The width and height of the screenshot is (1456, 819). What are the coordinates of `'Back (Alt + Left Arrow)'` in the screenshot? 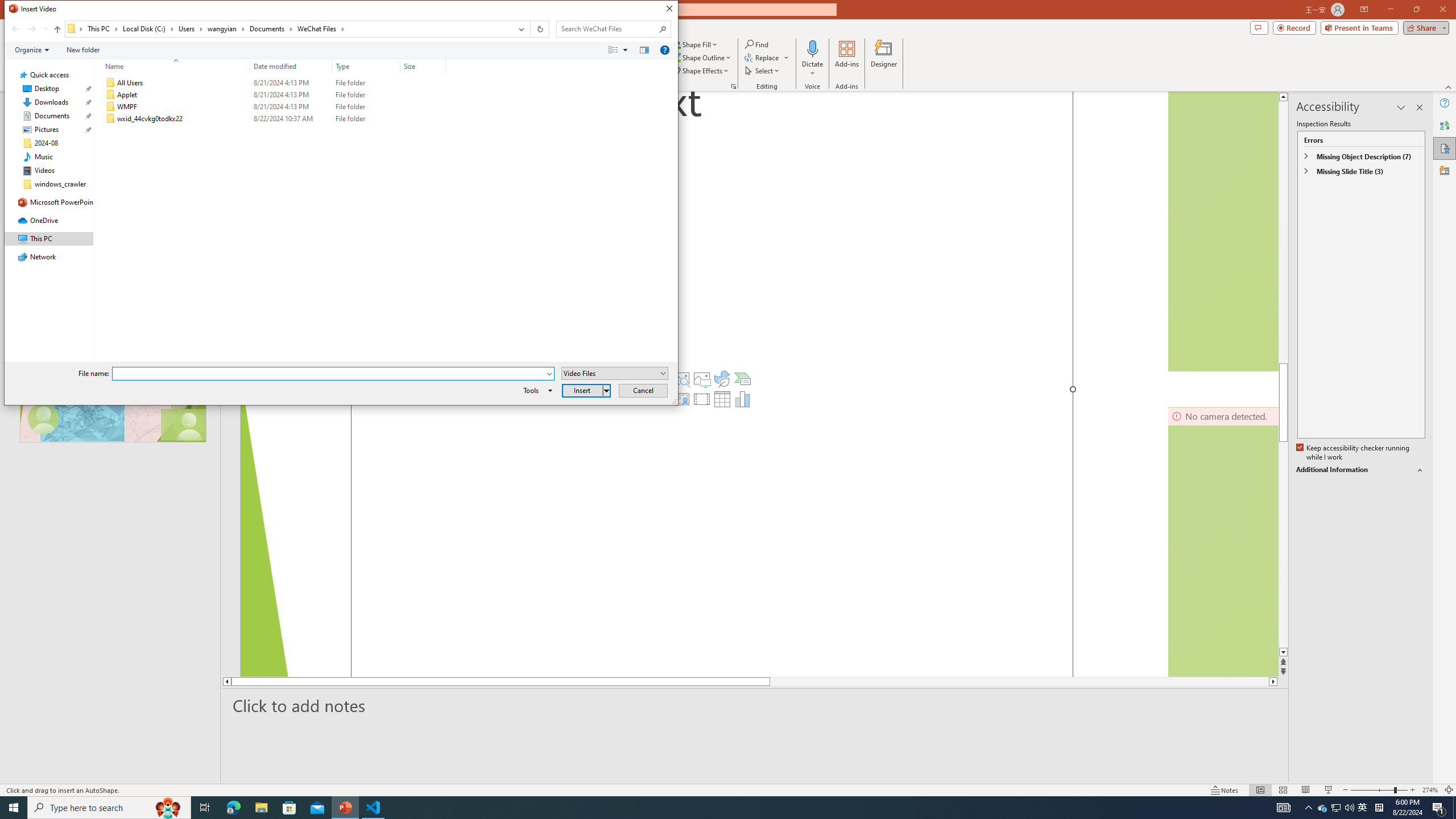 It's located at (14, 28).